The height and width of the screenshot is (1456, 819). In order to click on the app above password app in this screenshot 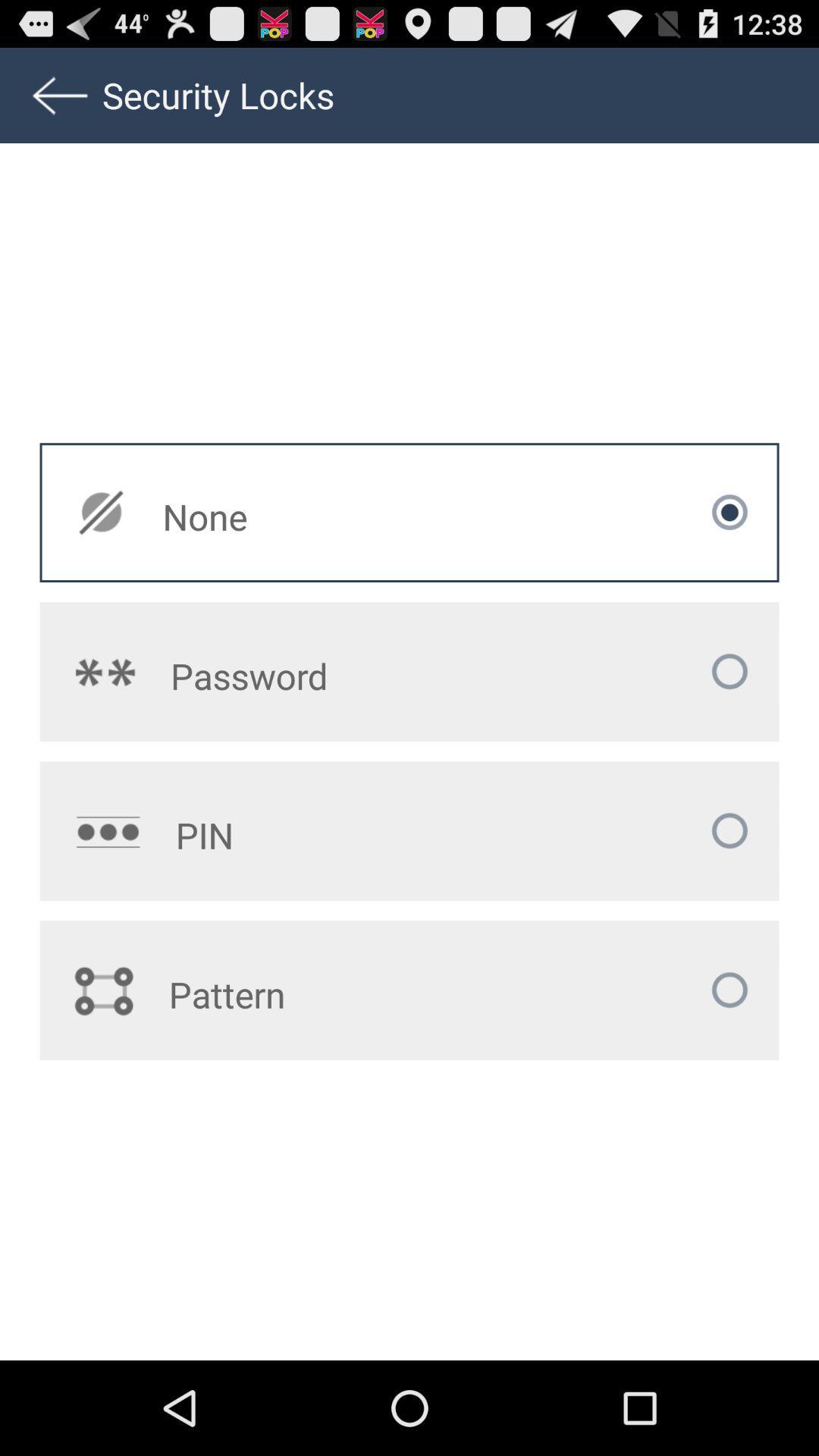, I will do `click(311, 516)`.